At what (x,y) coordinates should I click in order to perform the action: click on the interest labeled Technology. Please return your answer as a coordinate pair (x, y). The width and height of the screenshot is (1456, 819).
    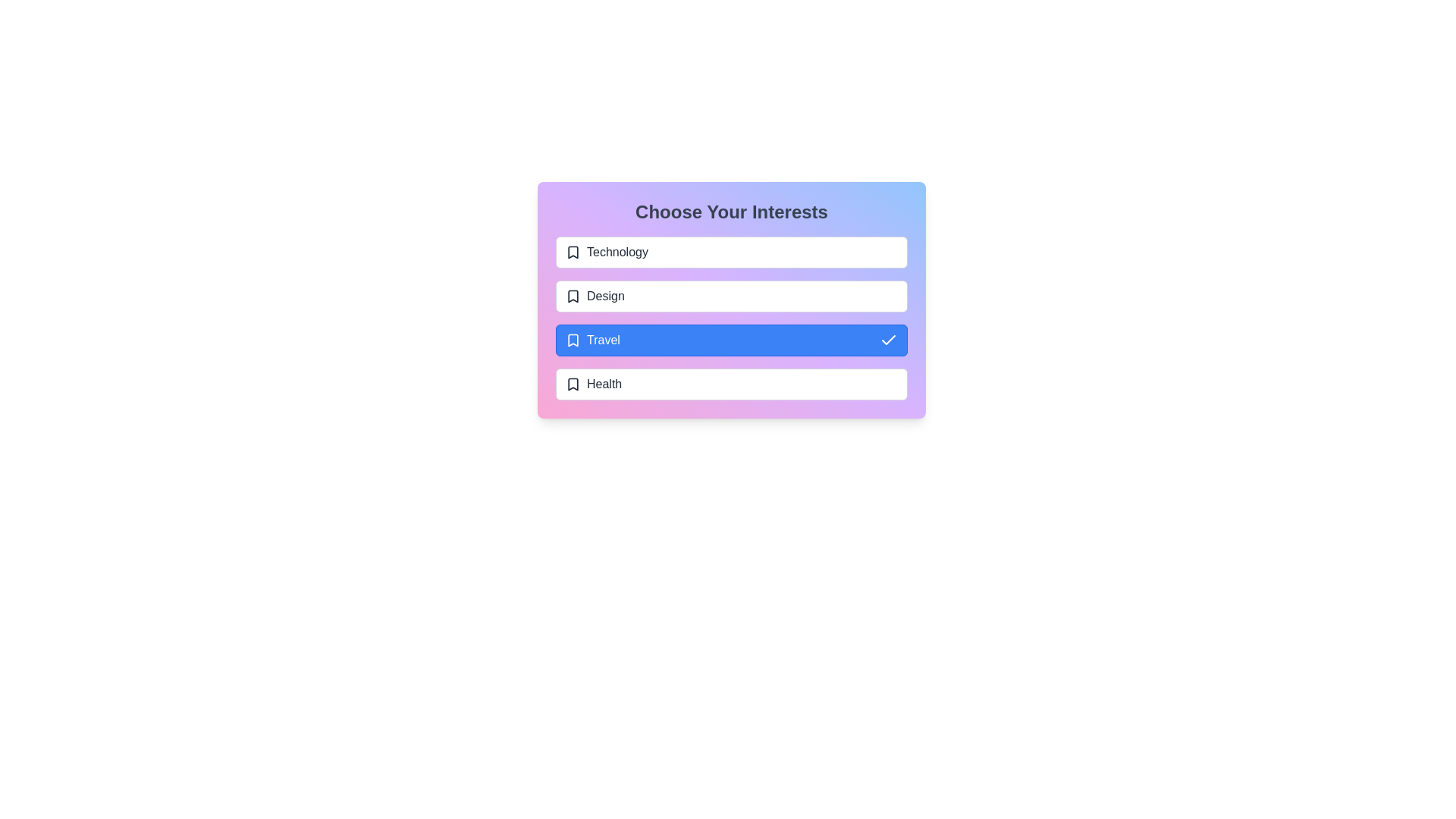
    Looking at the image, I should click on (731, 251).